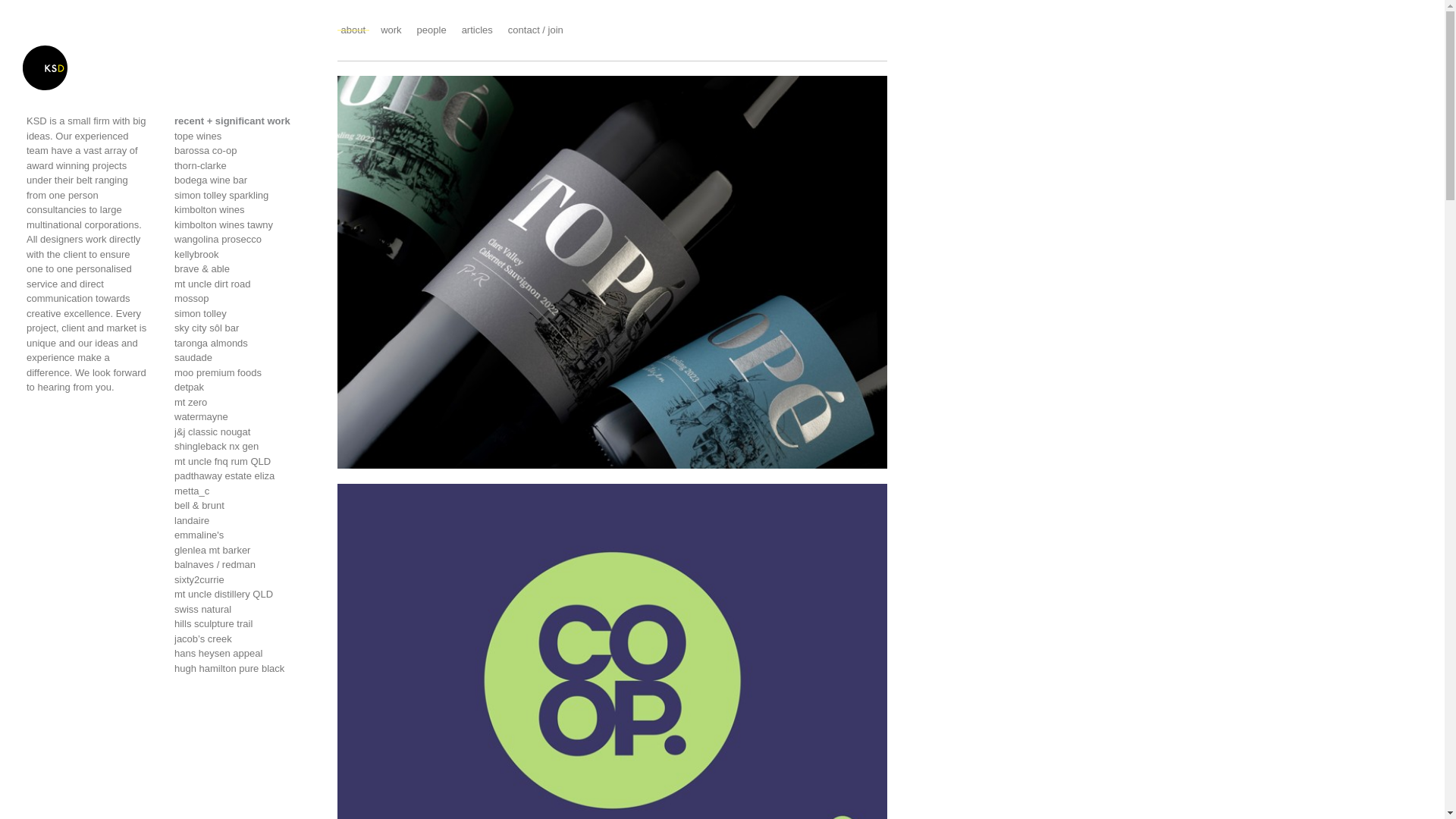 The height and width of the screenshot is (819, 1456). Describe the element at coordinates (243, 268) in the screenshot. I see `'brave & able'` at that location.